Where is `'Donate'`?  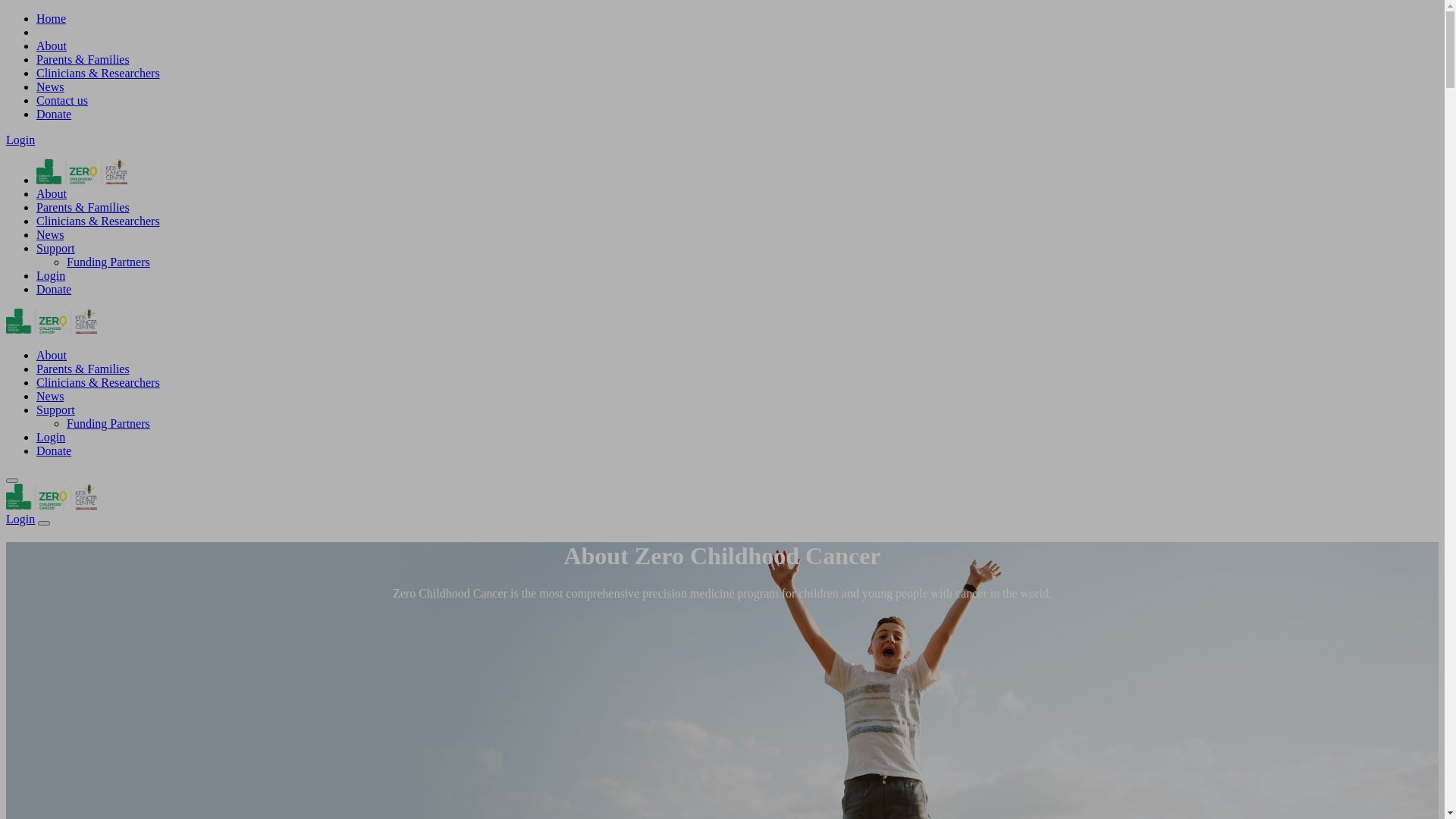 'Donate' is located at coordinates (54, 113).